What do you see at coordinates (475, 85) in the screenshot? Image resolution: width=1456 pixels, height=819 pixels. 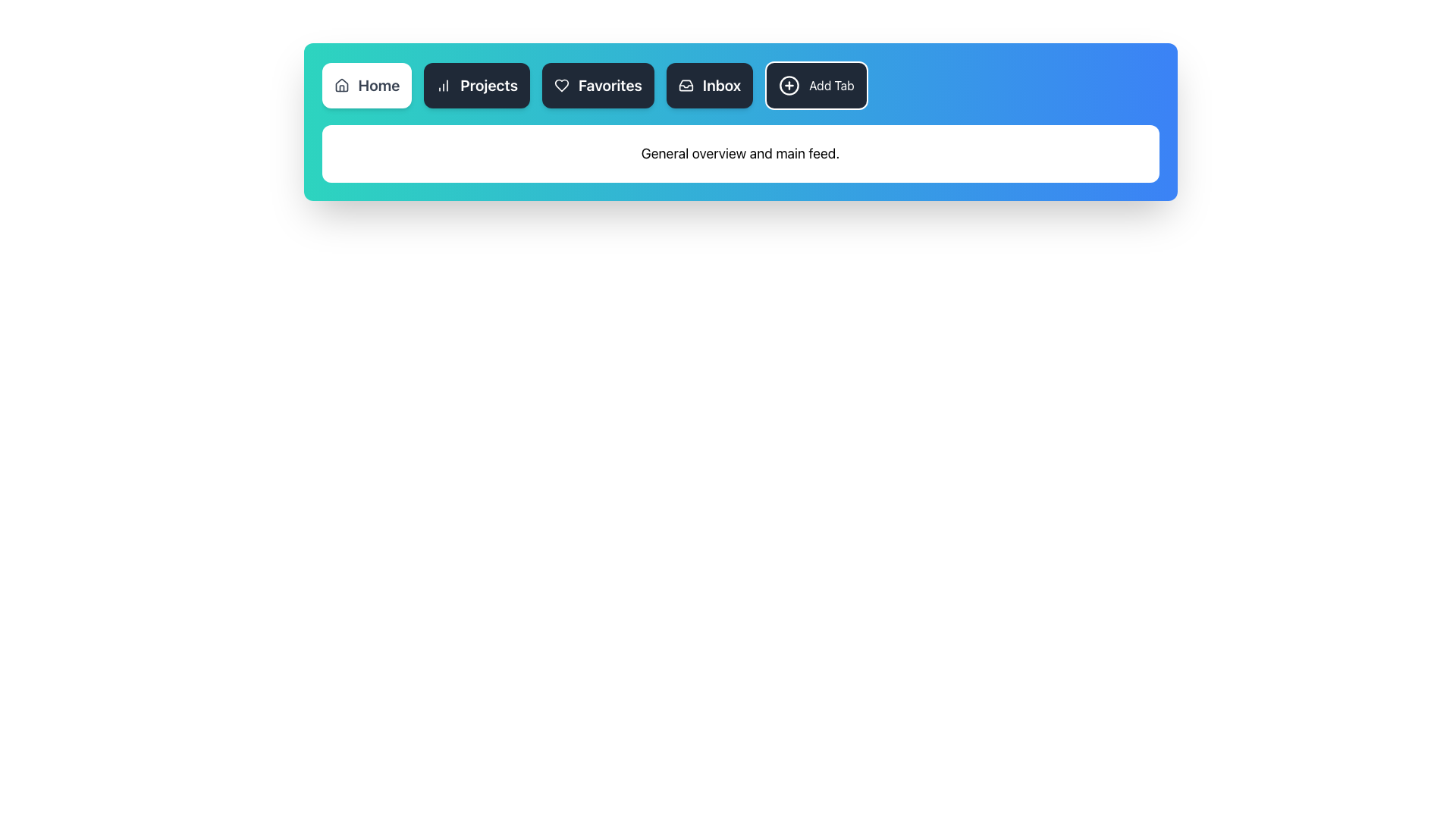 I see `the dark rounded button labeled 'Projects'` at bounding box center [475, 85].